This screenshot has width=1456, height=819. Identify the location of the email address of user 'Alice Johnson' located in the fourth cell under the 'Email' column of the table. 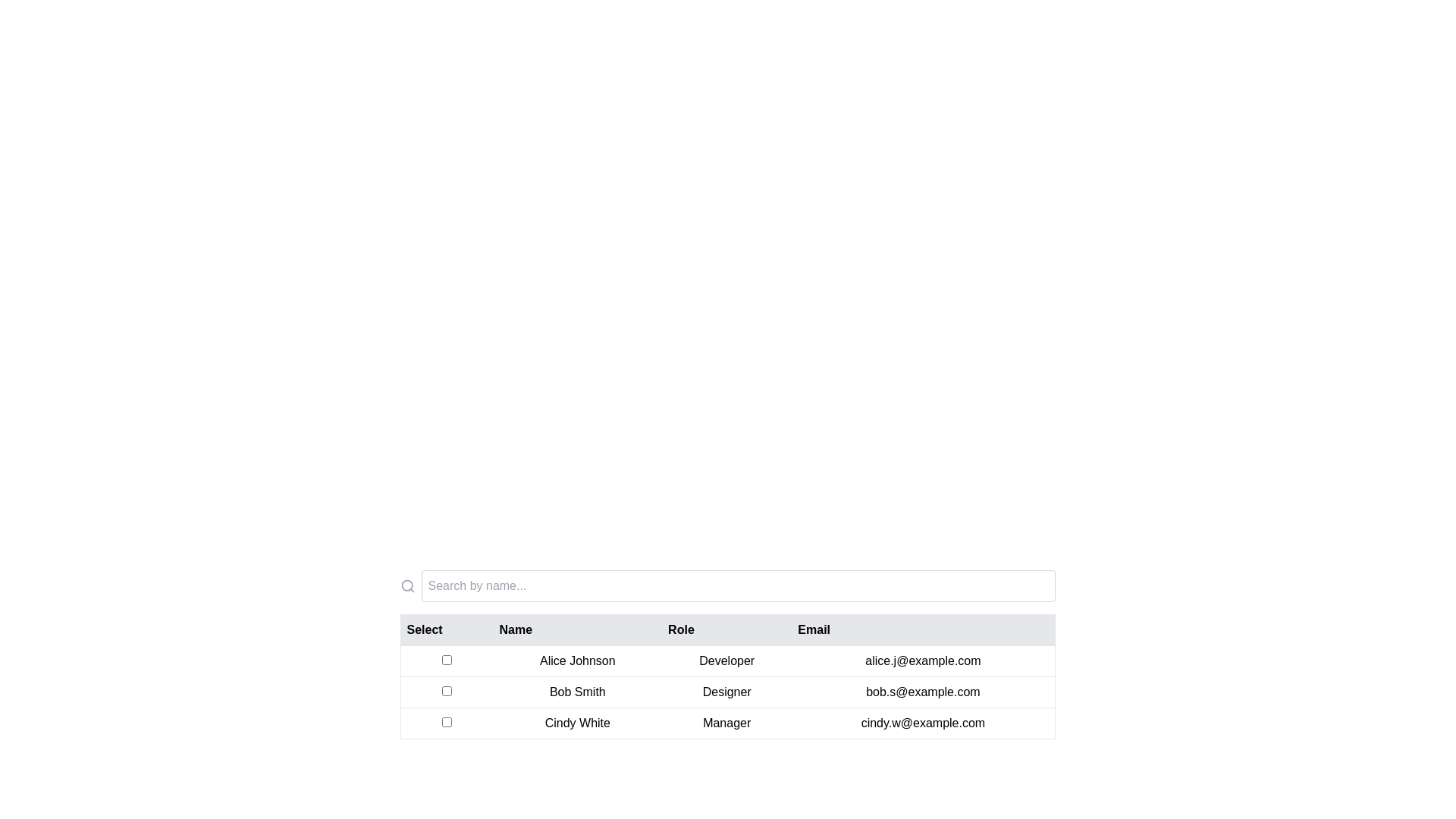
(922, 660).